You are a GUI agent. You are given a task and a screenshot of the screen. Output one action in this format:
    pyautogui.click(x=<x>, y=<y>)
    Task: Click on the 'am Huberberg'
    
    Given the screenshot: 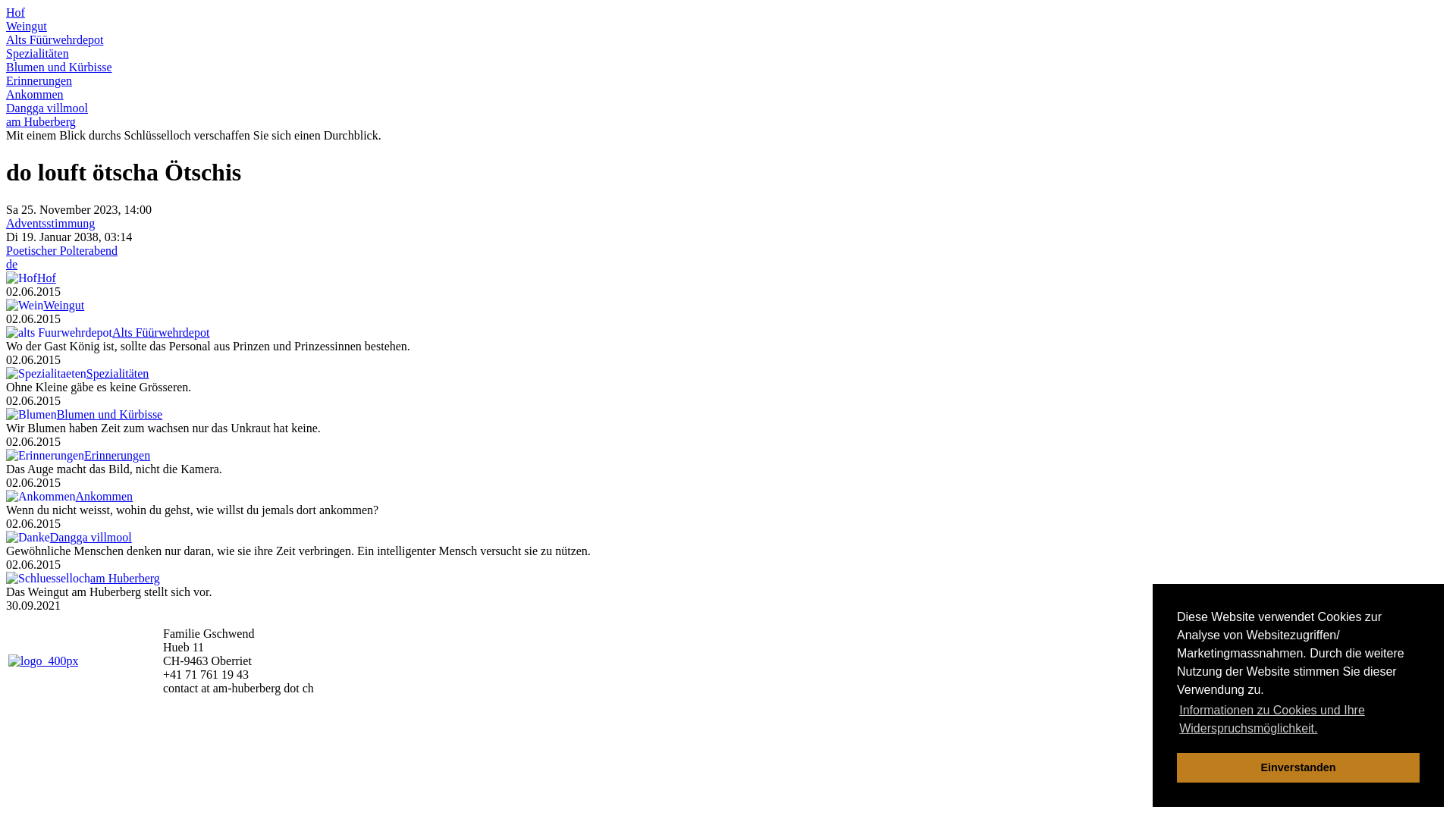 What is the action you would take?
    pyautogui.click(x=40, y=121)
    